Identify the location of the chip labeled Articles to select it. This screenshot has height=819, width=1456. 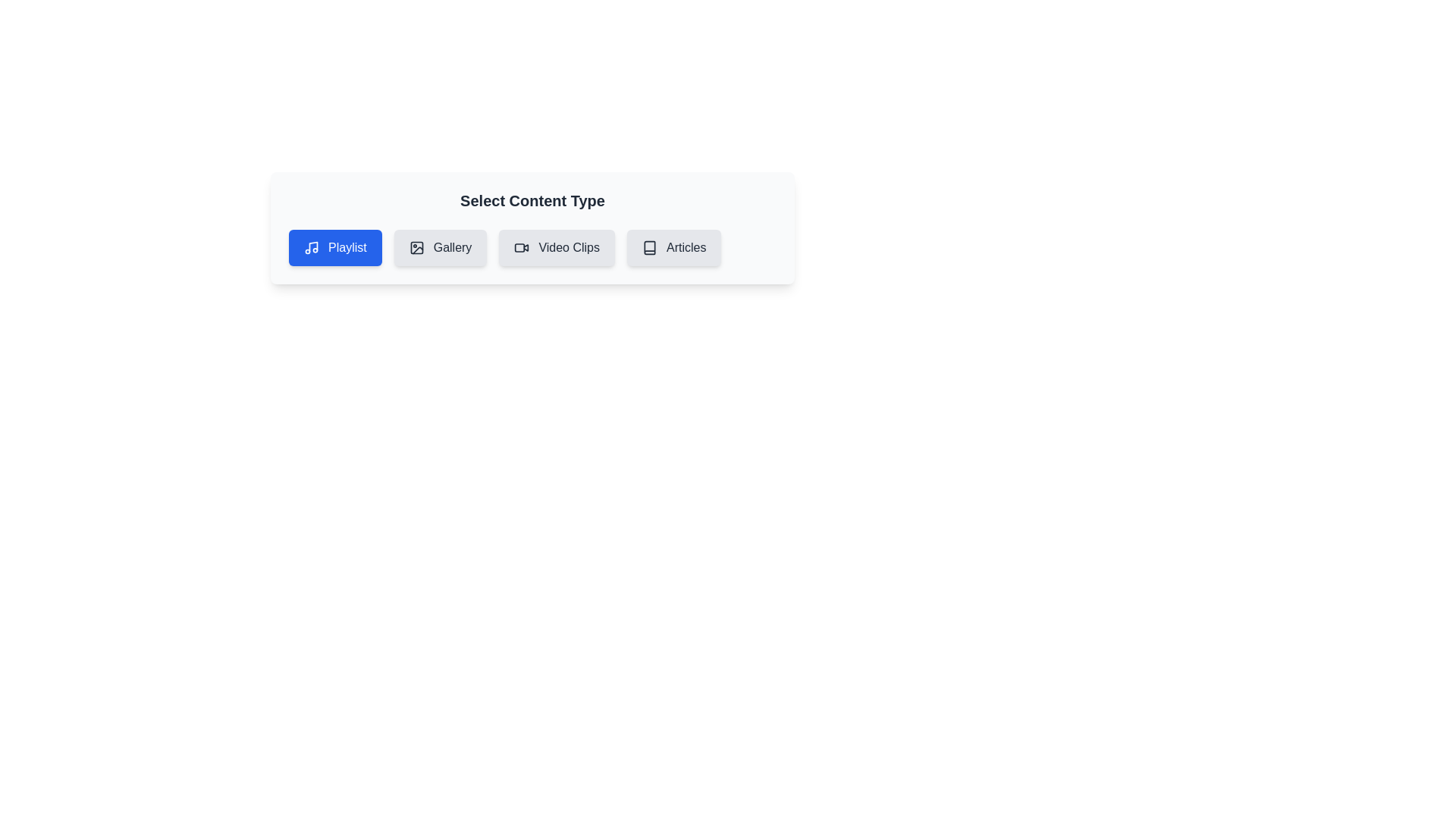
(673, 247).